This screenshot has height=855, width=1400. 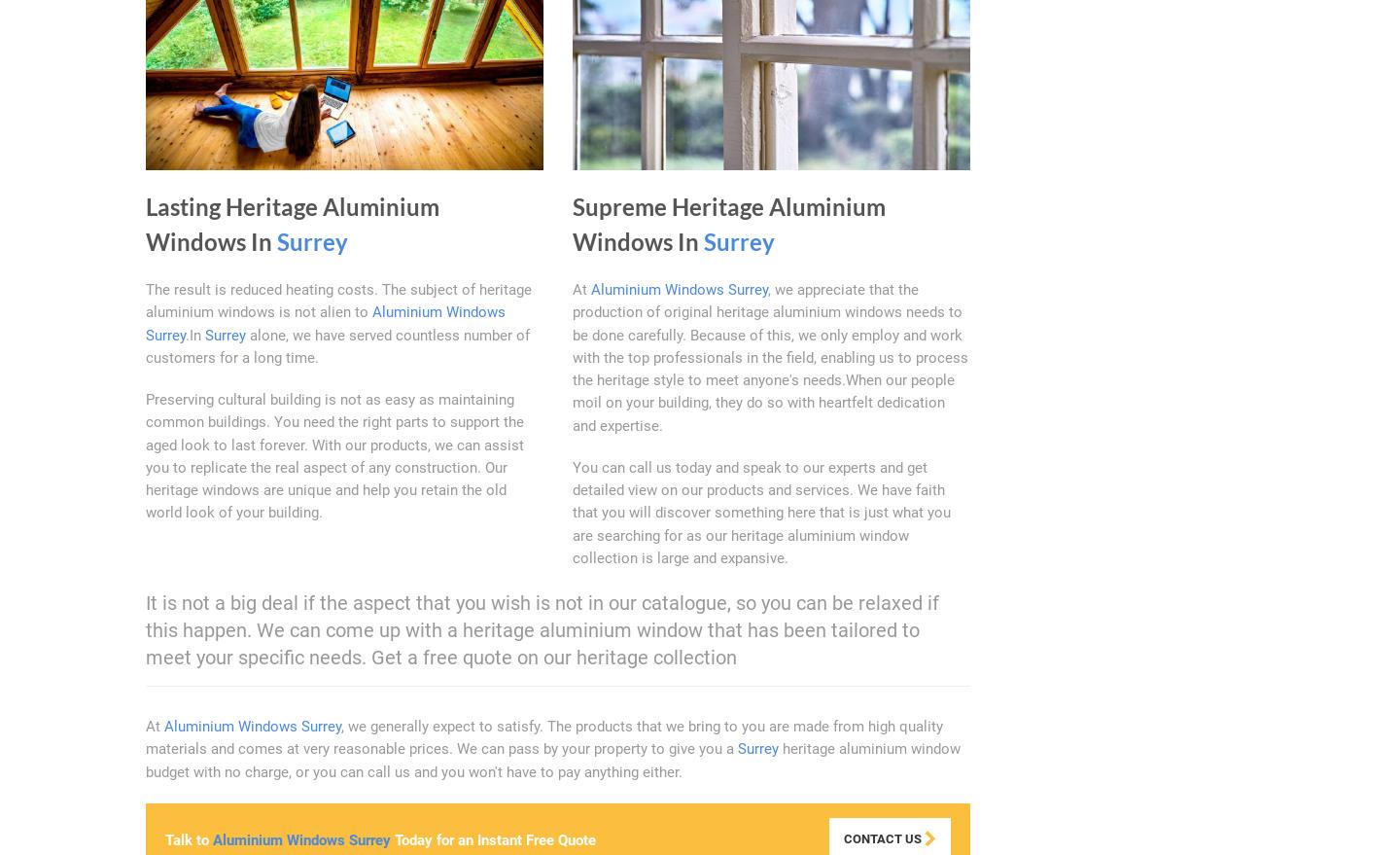 What do you see at coordinates (195, 334) in the screenshot?
I see `'.In'` at bounding box center [195, 334].